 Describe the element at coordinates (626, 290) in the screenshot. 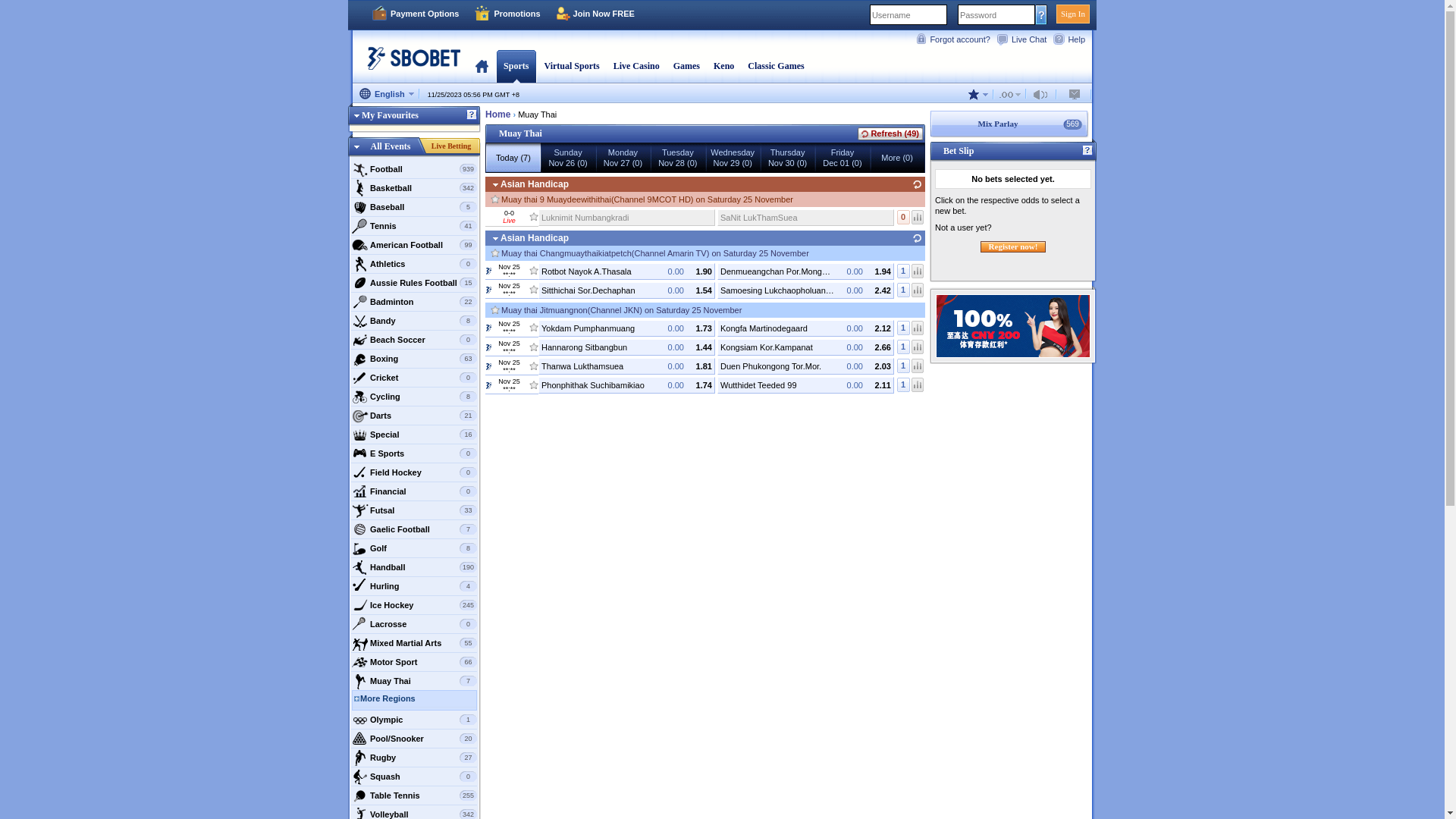

I see `'1.54` at that location.